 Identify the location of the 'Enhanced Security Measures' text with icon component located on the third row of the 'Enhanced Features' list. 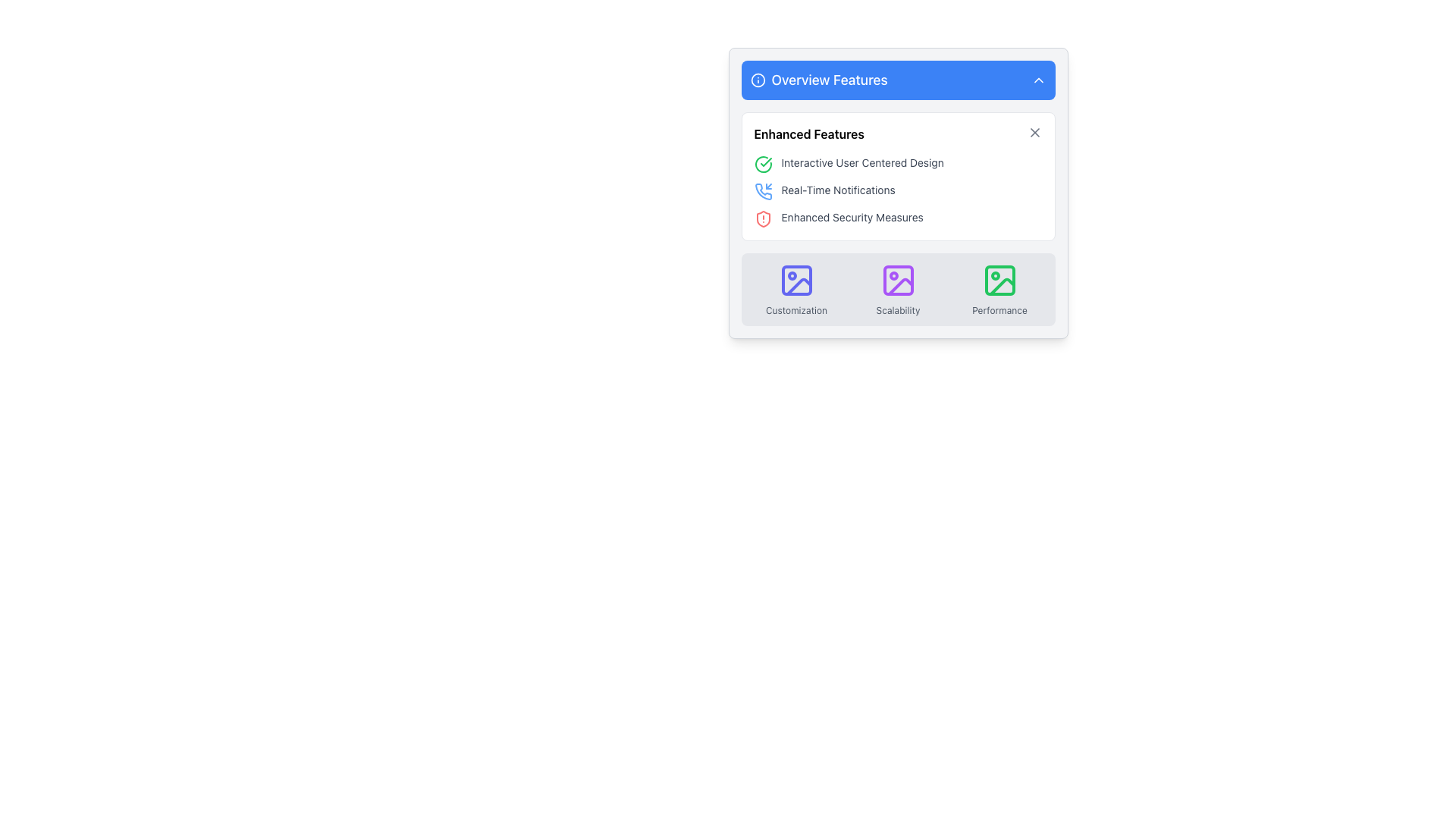
(898, 219).